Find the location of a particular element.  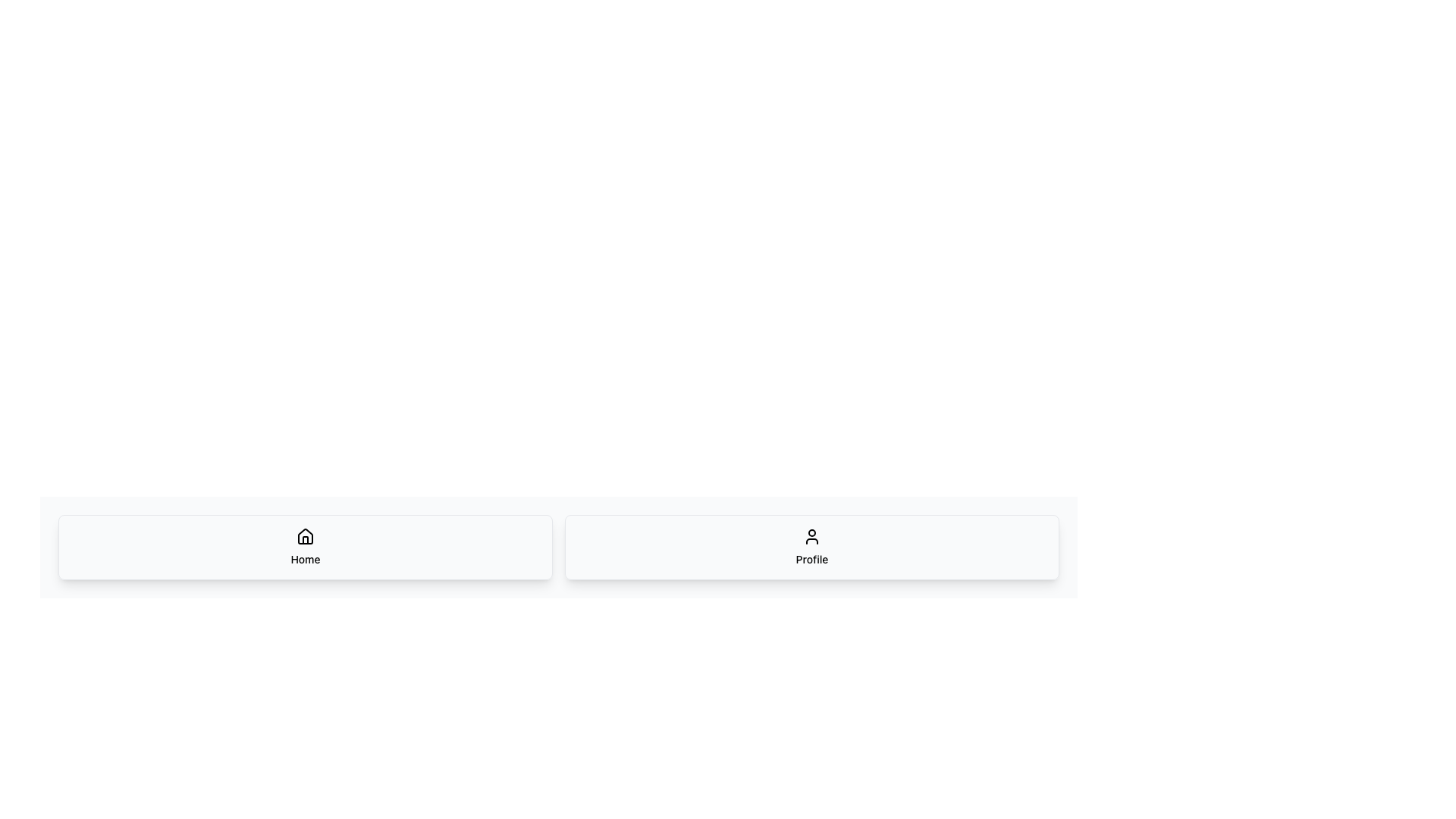

the button located to the right of the 'Home' button, which redirects to the profile or account page is located at coordinates (811, 547).